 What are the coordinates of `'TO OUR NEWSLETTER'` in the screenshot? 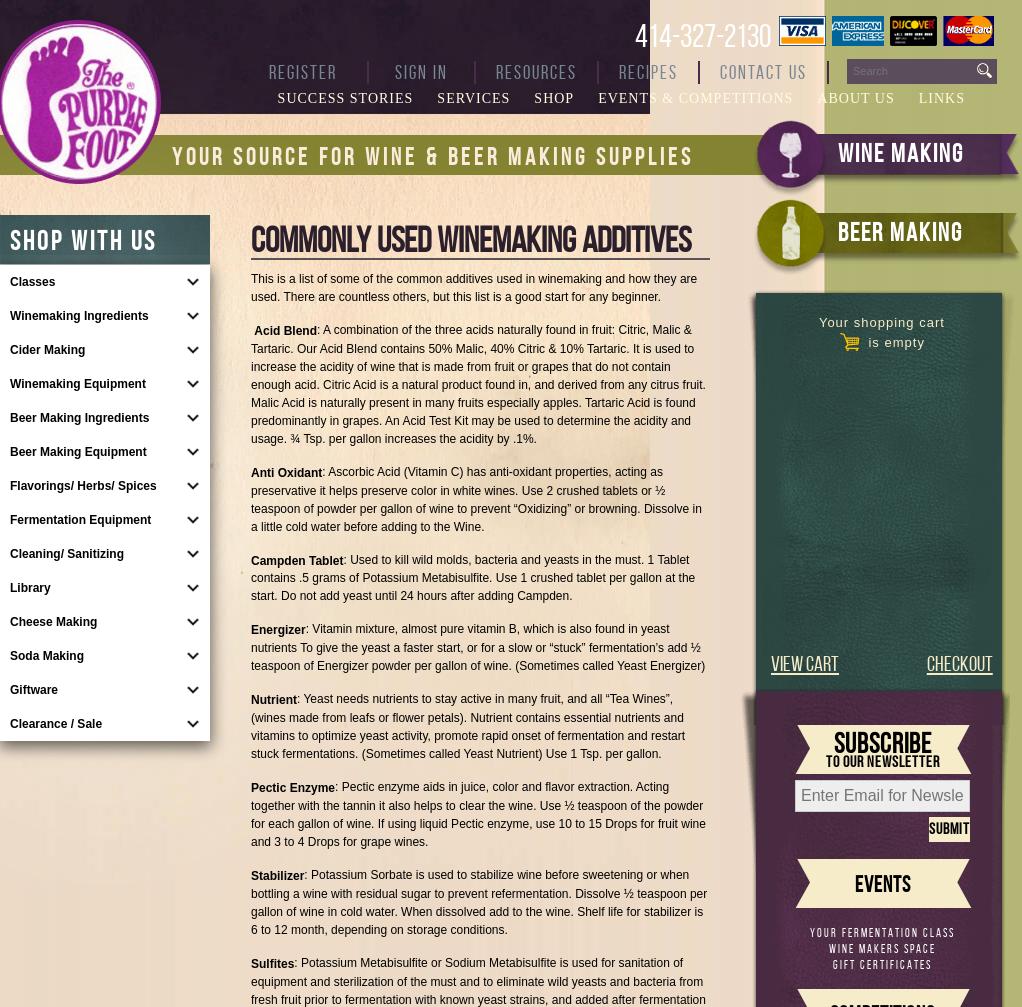 It's located at (880, 760).